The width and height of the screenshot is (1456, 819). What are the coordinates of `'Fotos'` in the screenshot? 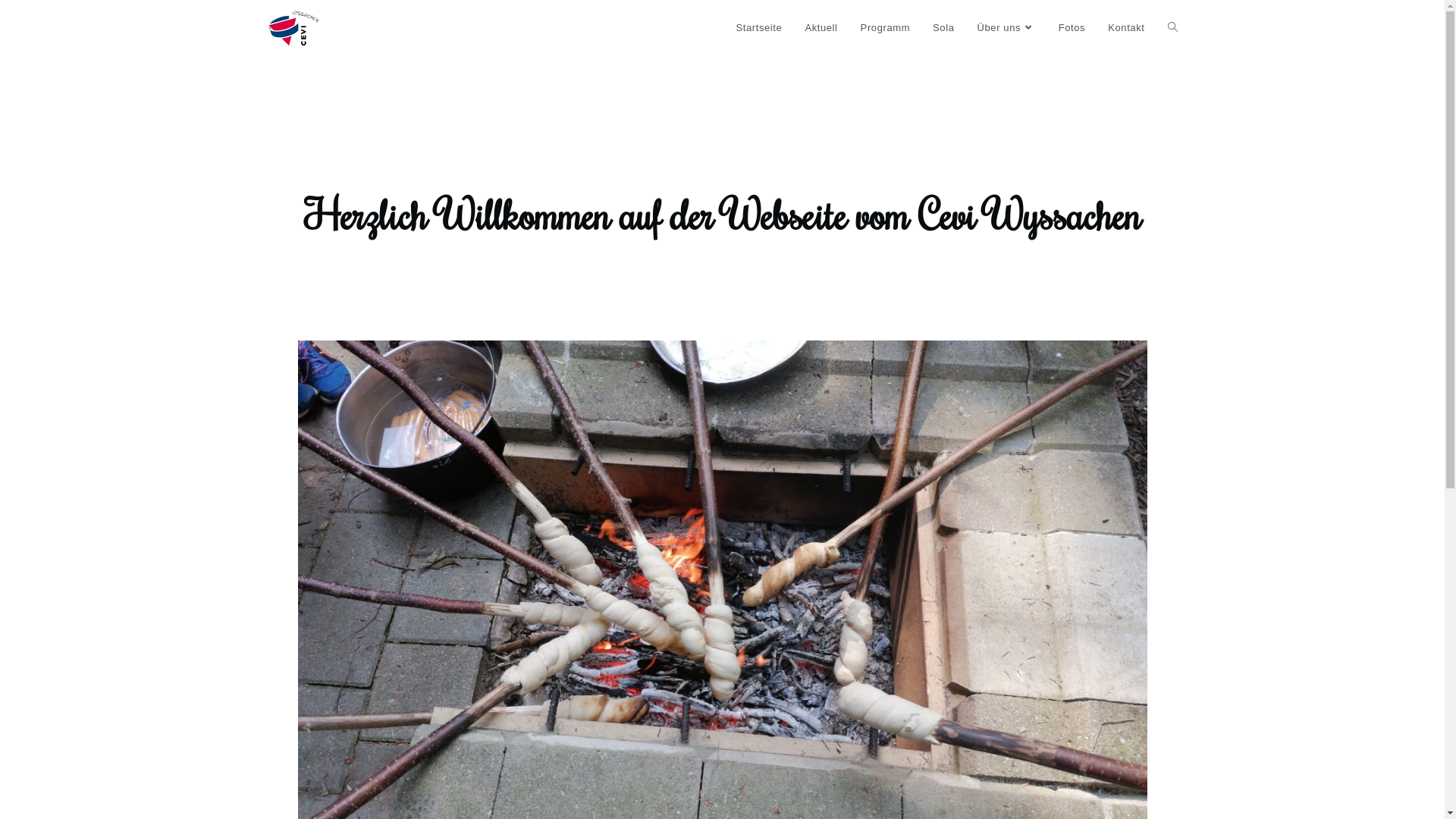 It's located at (1072, 28).